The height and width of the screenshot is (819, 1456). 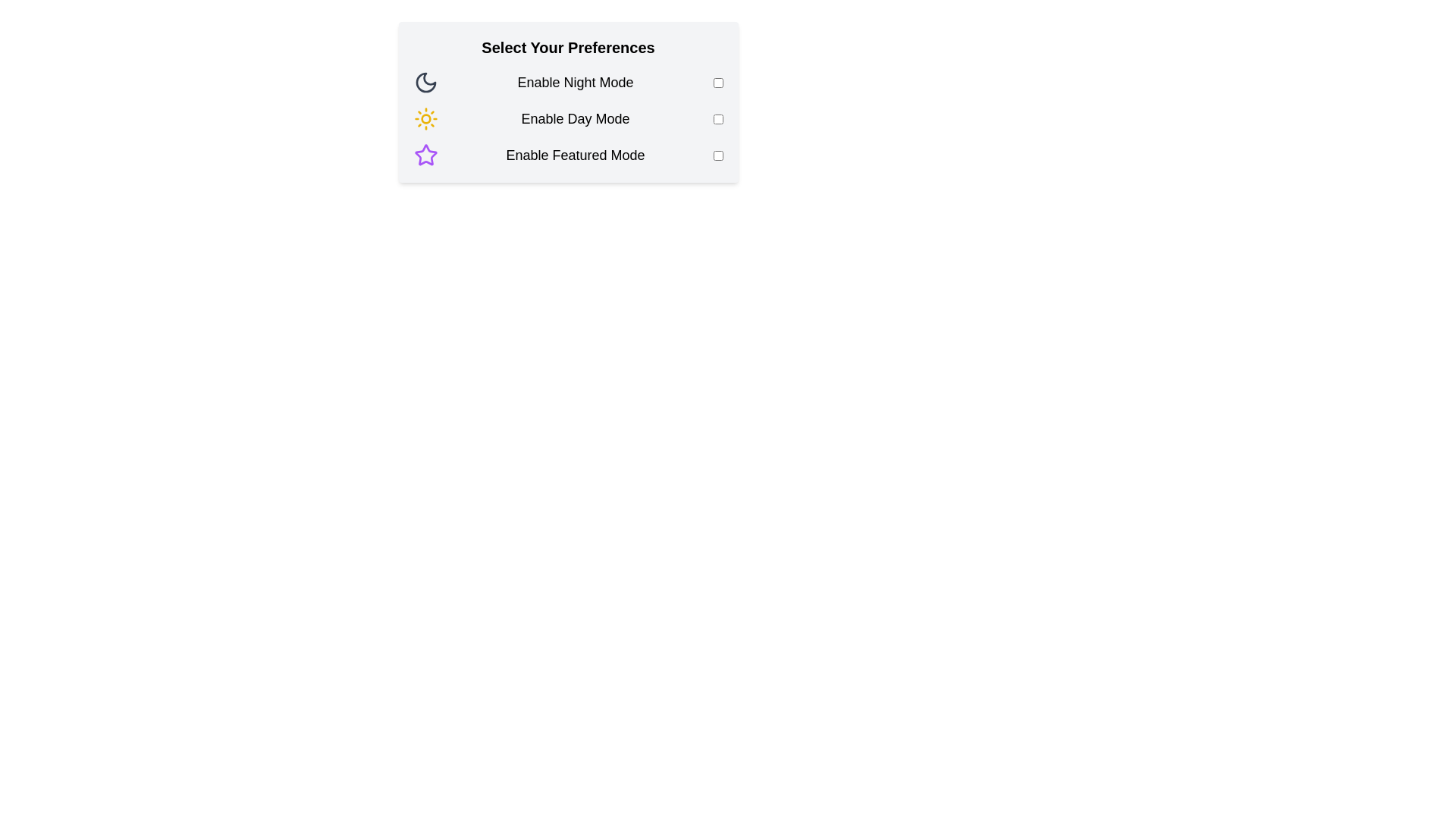 I want to click on the graphic icon representing the 'Enable Night Mode' option, located to the left of the text 'Enable Night Mode' in the top row of the options list, so click(x=425, y=82).